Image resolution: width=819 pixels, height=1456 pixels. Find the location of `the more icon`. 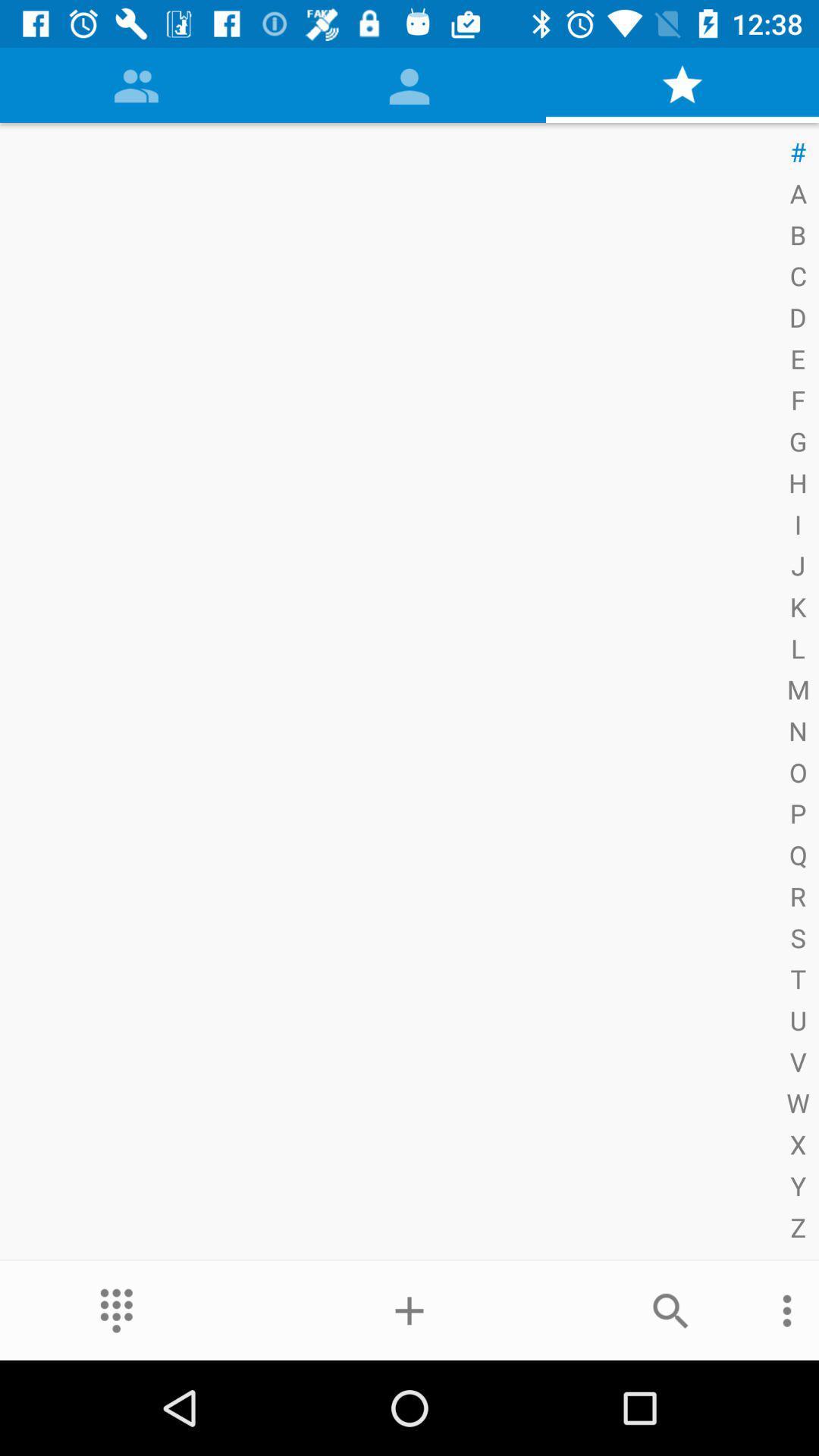

the more icon is located at coordinates (115, 1310).